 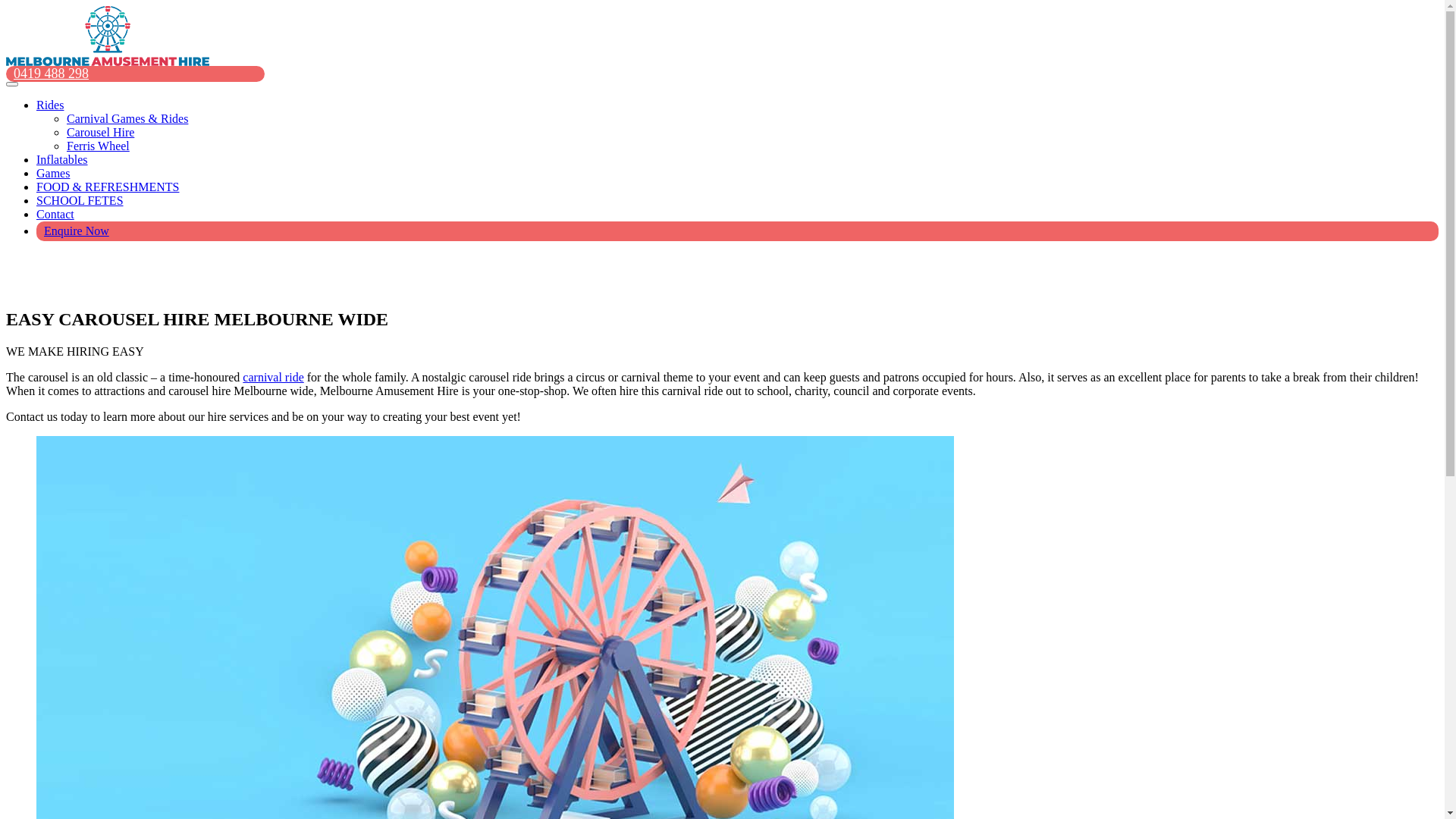 What do you see at coordinates (99, 131) in the screenshot?
I see `'Carousel Hire'` at bounding box center [99, 131].